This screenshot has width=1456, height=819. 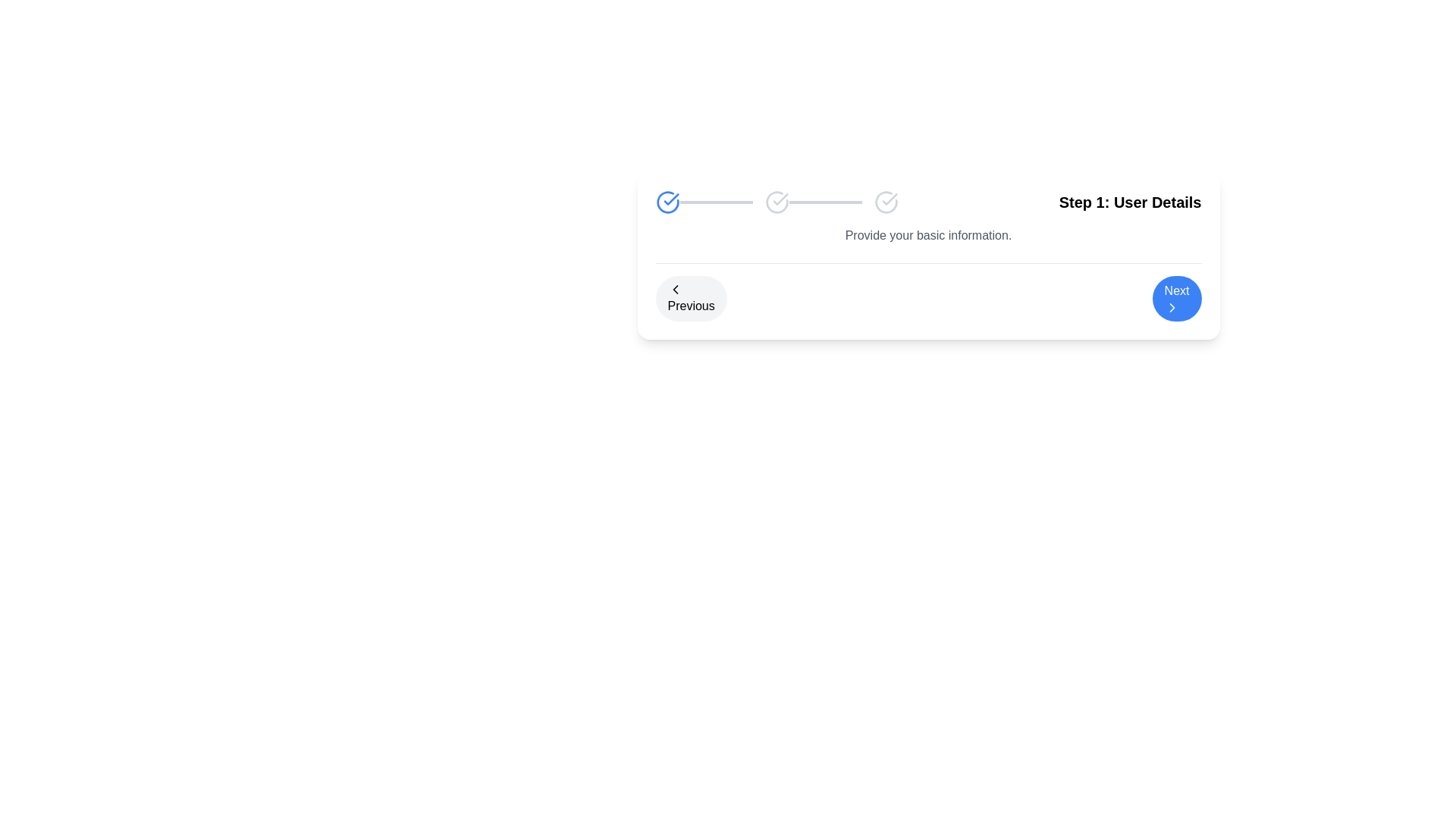 What do you see at coordinates (777, 201) in the screenshot?
I see `the icon element representing a circle with a checkmark` at bounding box center [777, 201].